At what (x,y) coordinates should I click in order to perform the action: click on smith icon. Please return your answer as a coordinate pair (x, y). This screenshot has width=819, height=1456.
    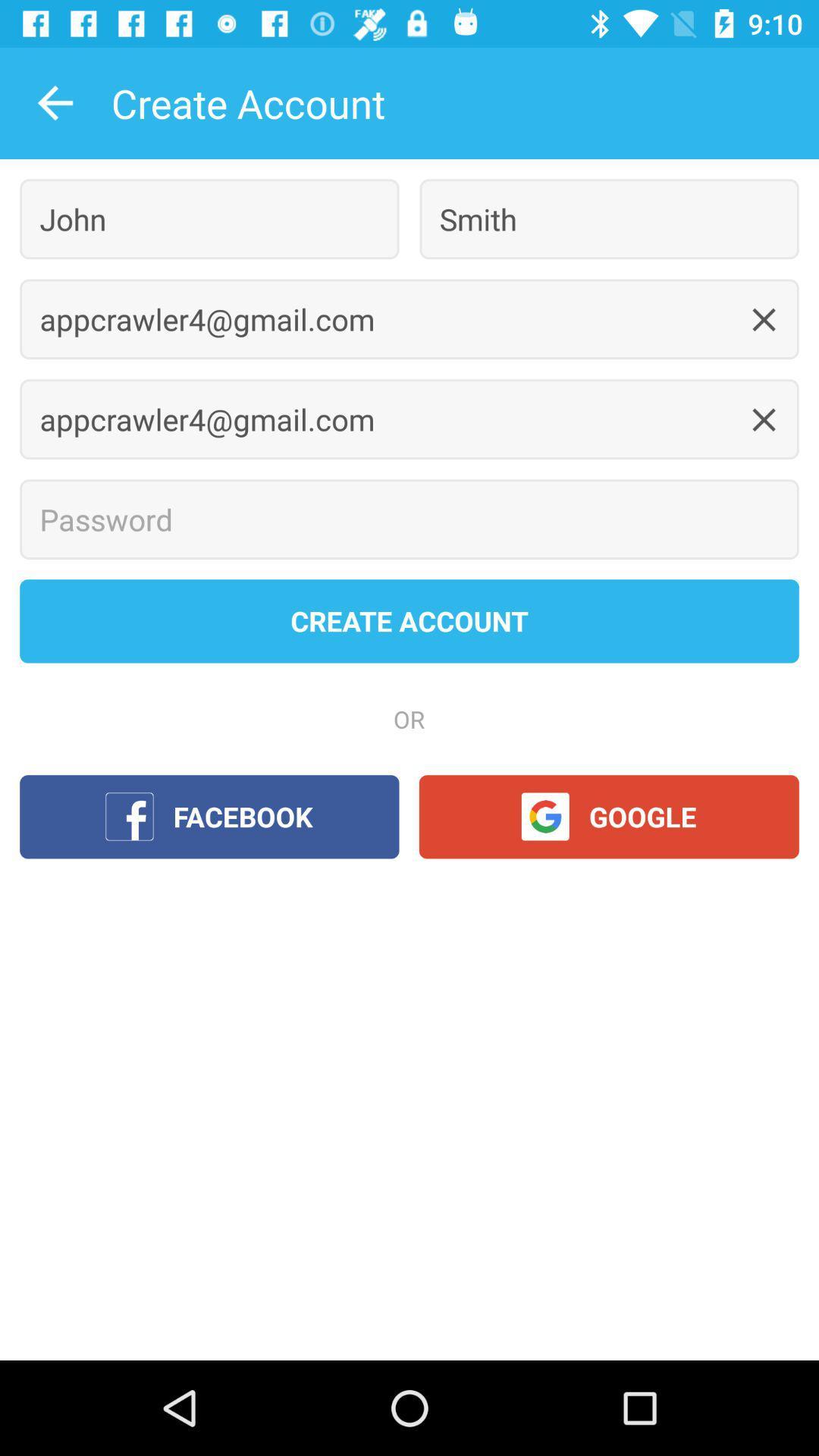
    Looking at the image, I should click on (608, 218).